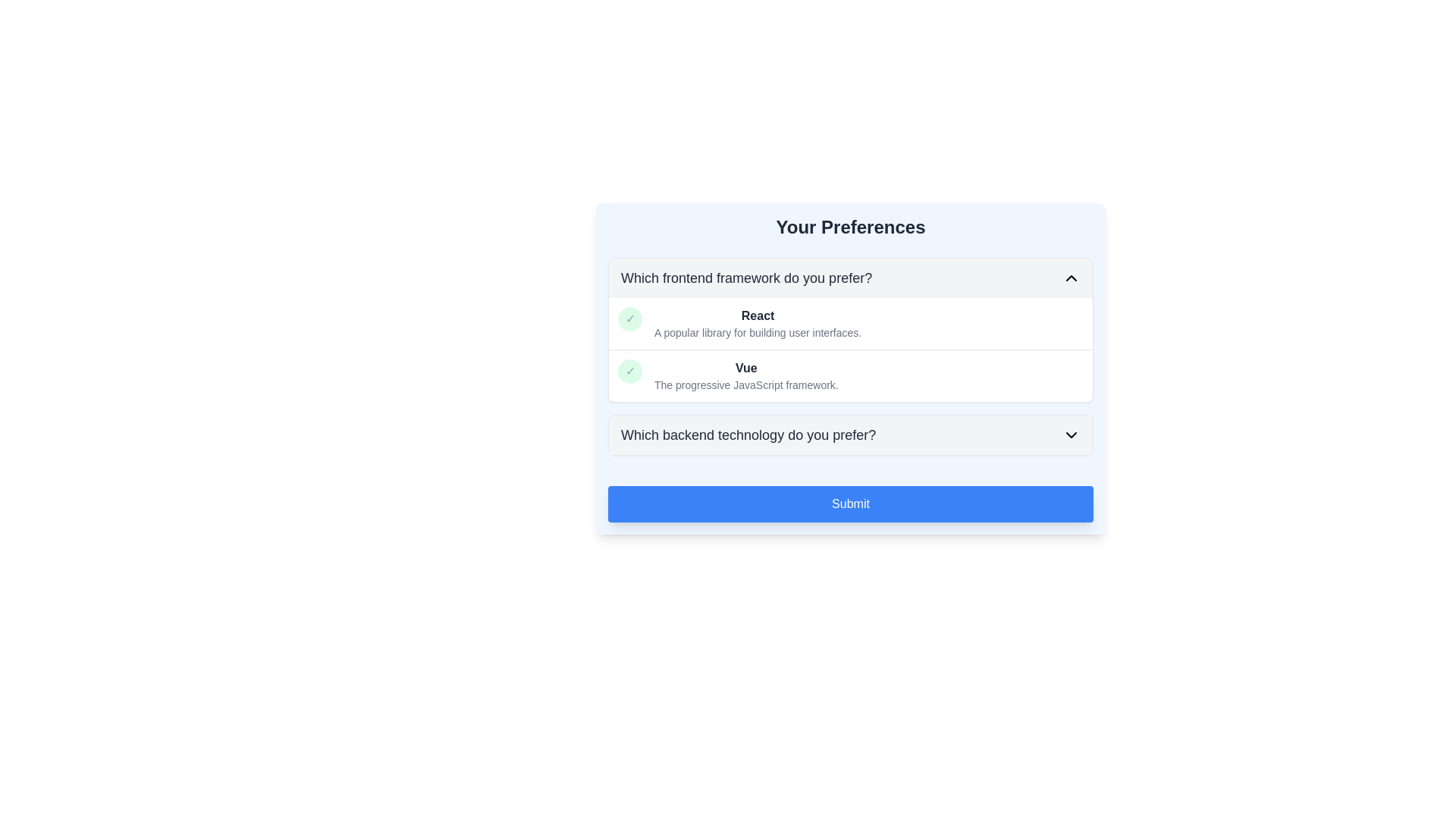 The image size is (1456, 819). What do you see at coordinates (629, 318) in the screenshot?
I see `the checkmark indicator within the circular green background, which represents the selection for the 'Vue' framework option in the question about preferred frontend frameworks` at bounding box center [629, 318].